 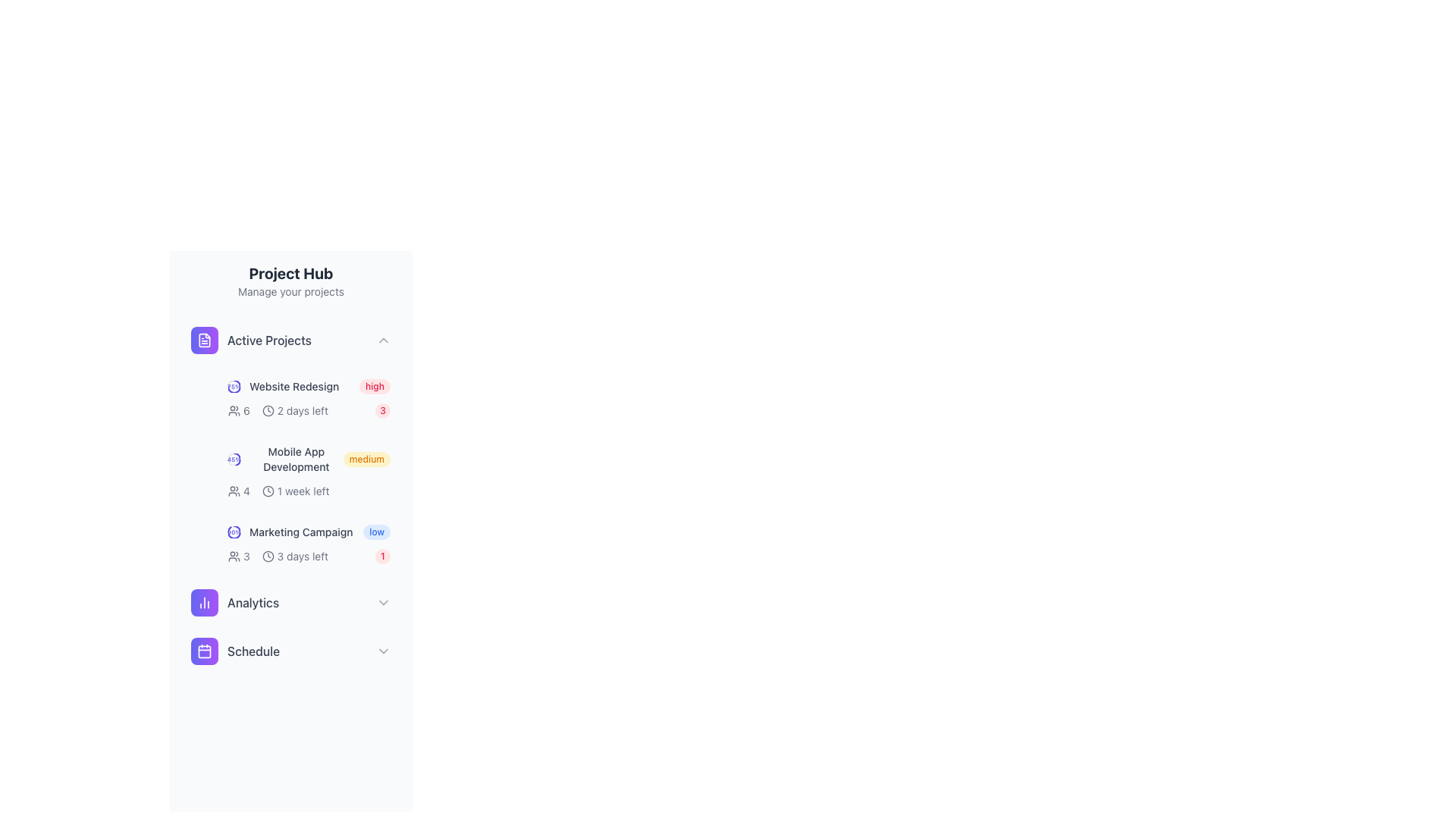 What do you see at coordinates (203, 339) in the screenshot?
I see `the first SVG icon under the 'Active Projects' heading in the left sidebar` at bounding box center [203, 339].